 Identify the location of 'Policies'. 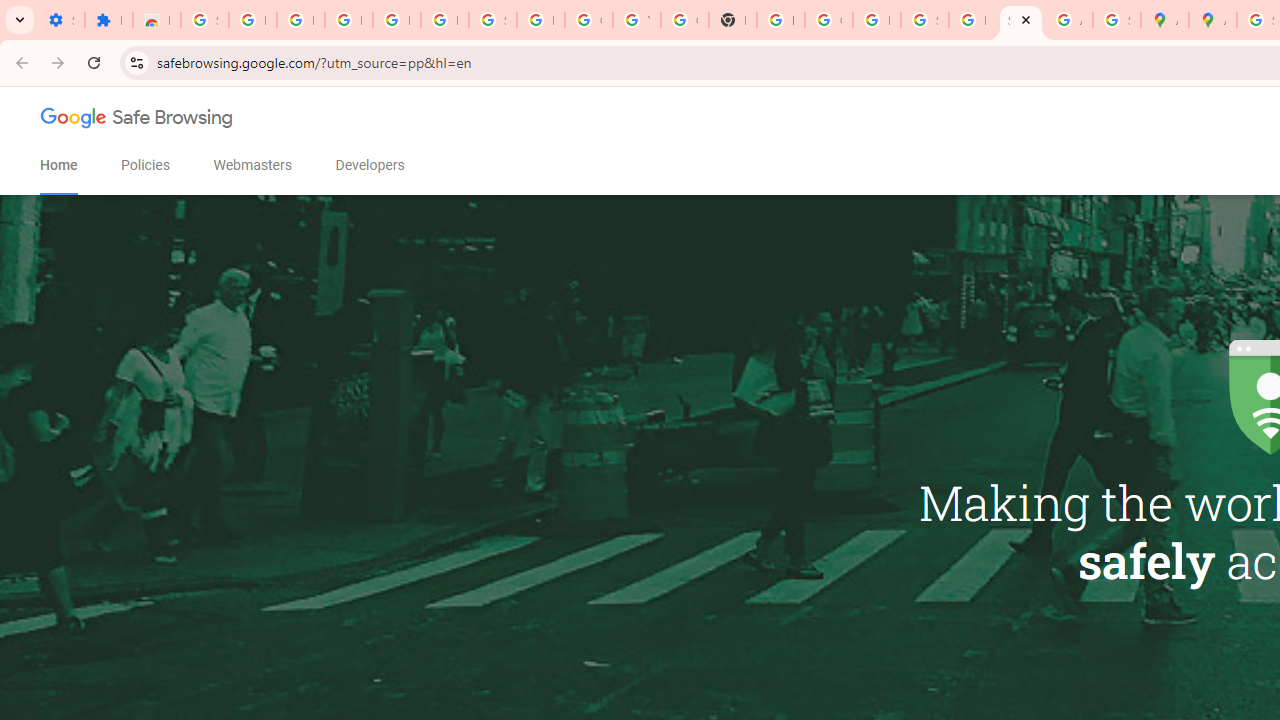
(144, 164).